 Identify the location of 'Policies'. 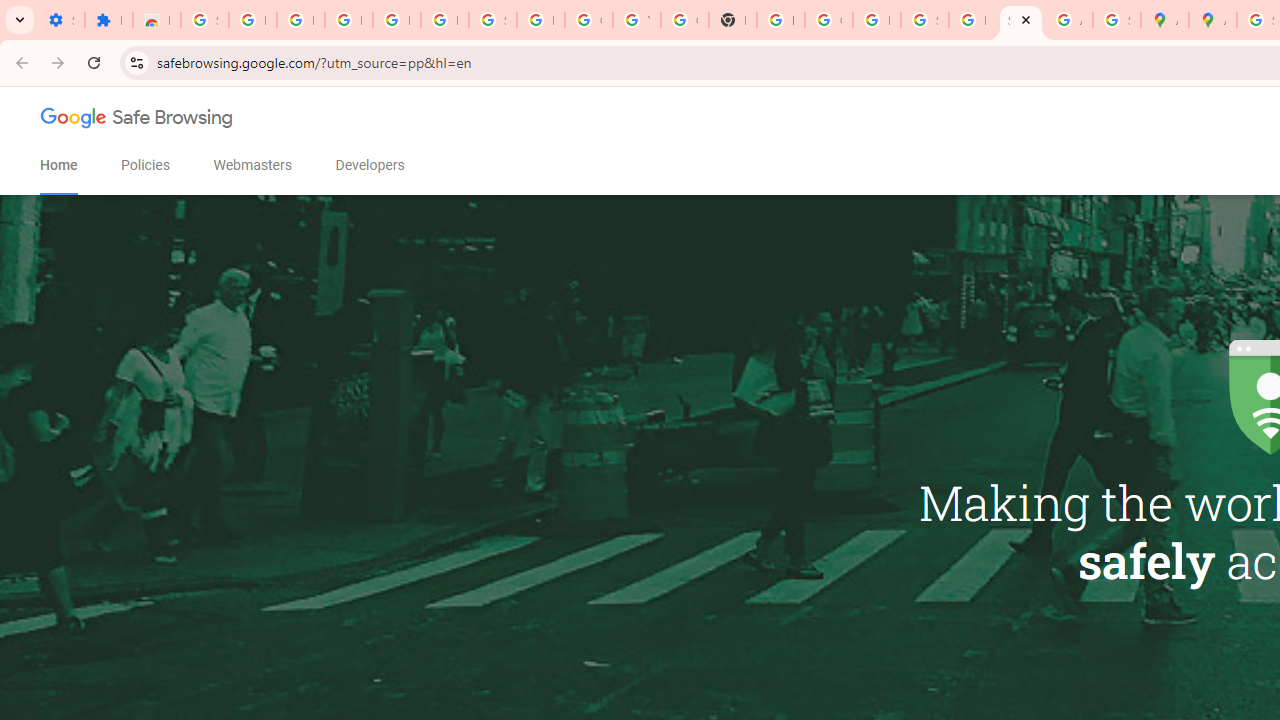
(144, 164).